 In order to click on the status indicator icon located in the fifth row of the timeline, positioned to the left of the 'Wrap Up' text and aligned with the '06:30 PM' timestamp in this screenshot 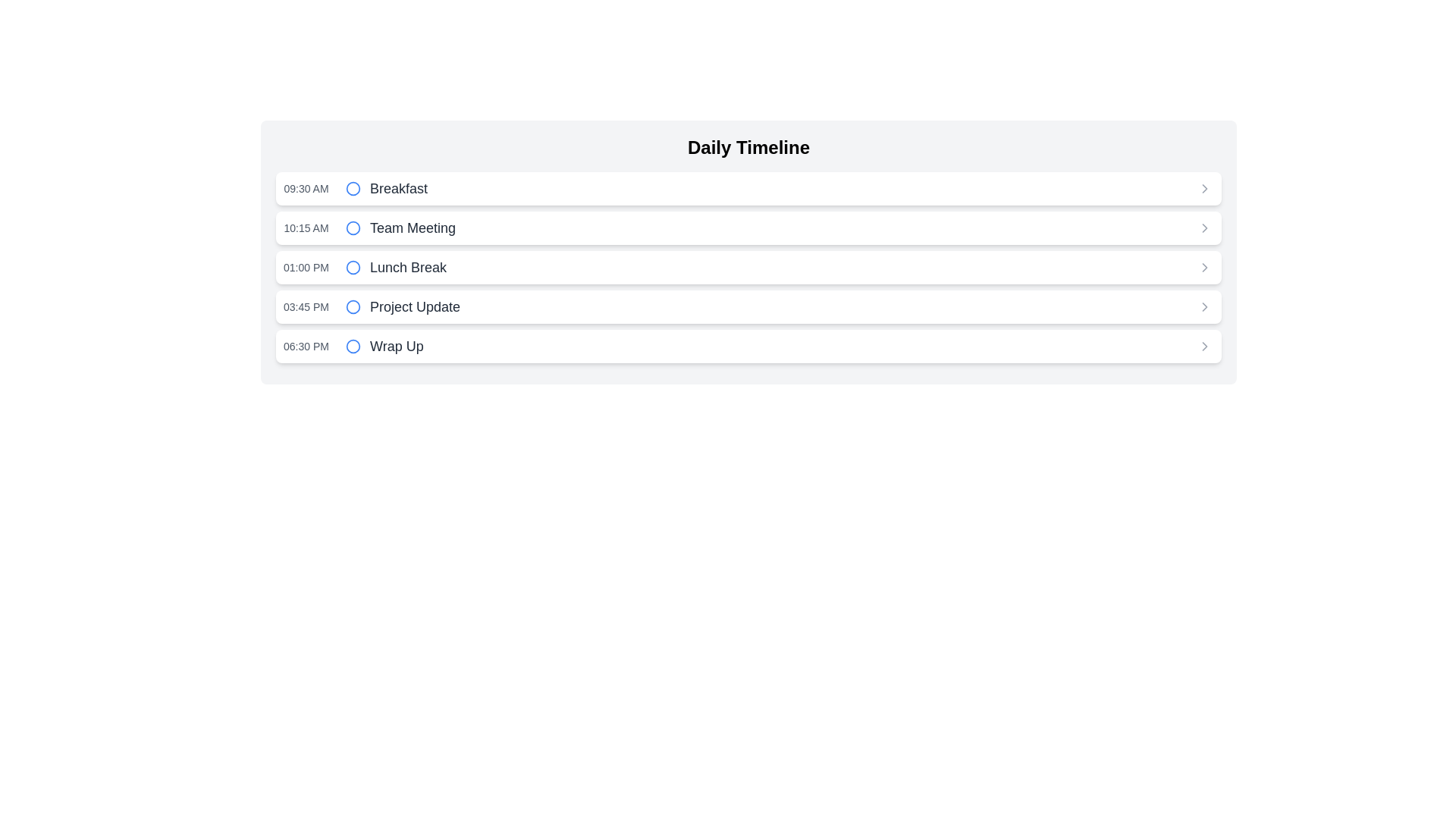, I will do `click(352, 346)`.